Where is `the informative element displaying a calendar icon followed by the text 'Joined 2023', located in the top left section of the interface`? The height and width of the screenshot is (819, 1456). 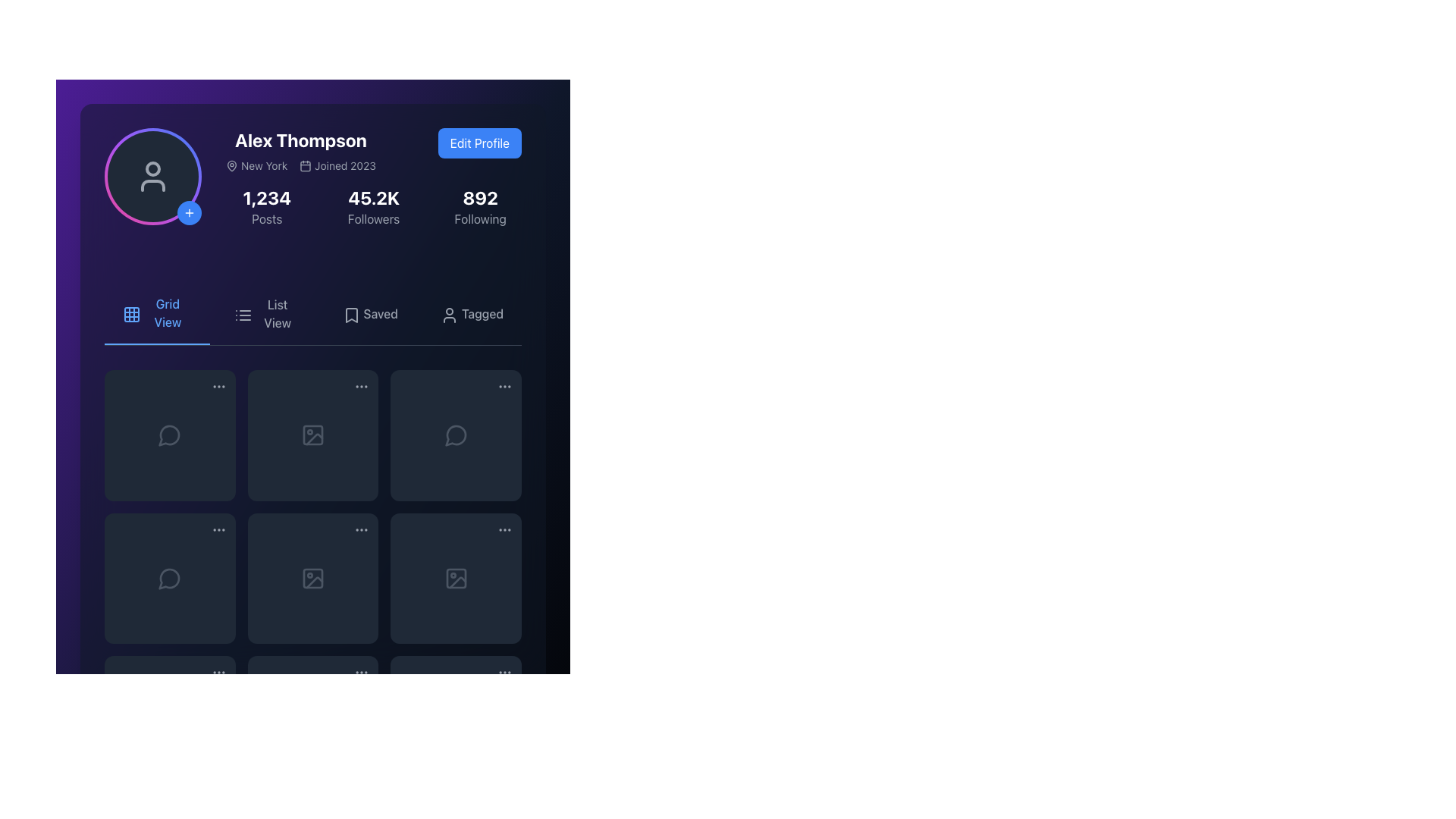 the informative element displaying a calendar icon followed by the text 'Joined 2023', located in the top left section of the interface is located at coordinates (337, 166).